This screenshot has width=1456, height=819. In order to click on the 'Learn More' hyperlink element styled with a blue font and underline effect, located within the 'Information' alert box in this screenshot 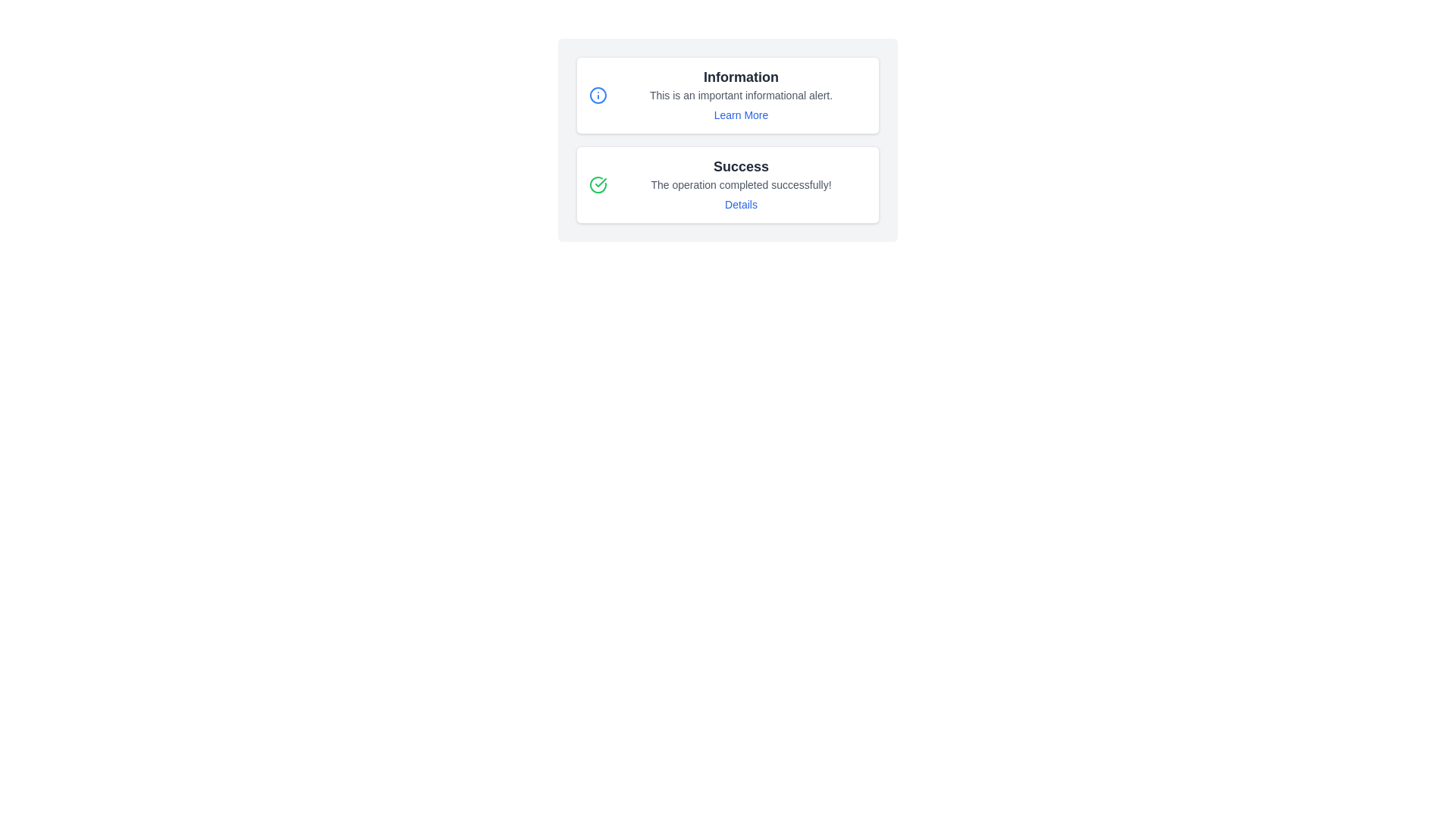, I will do `click(741, 114)`.